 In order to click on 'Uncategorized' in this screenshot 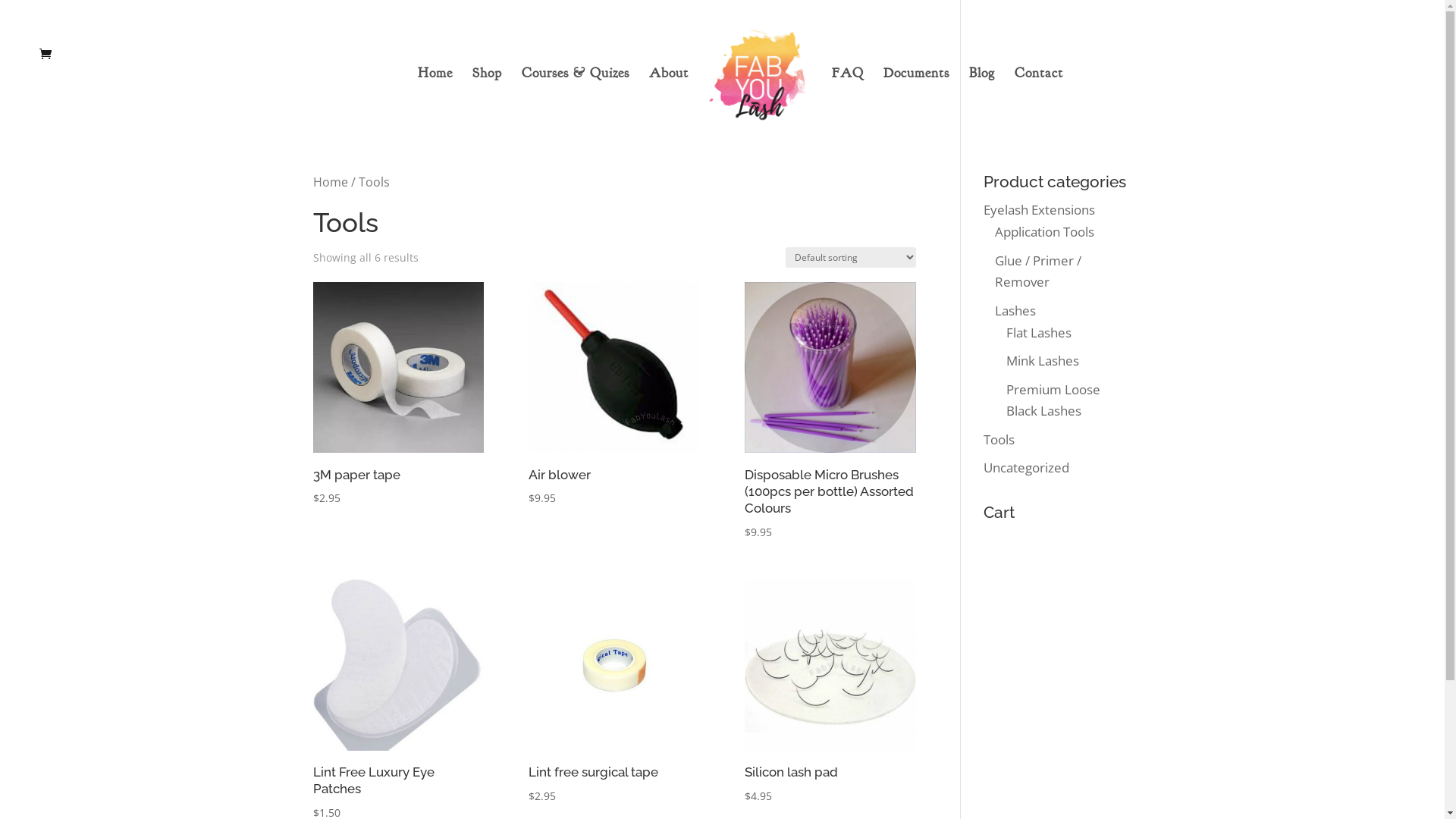, I will do `click(1026, 466)`.